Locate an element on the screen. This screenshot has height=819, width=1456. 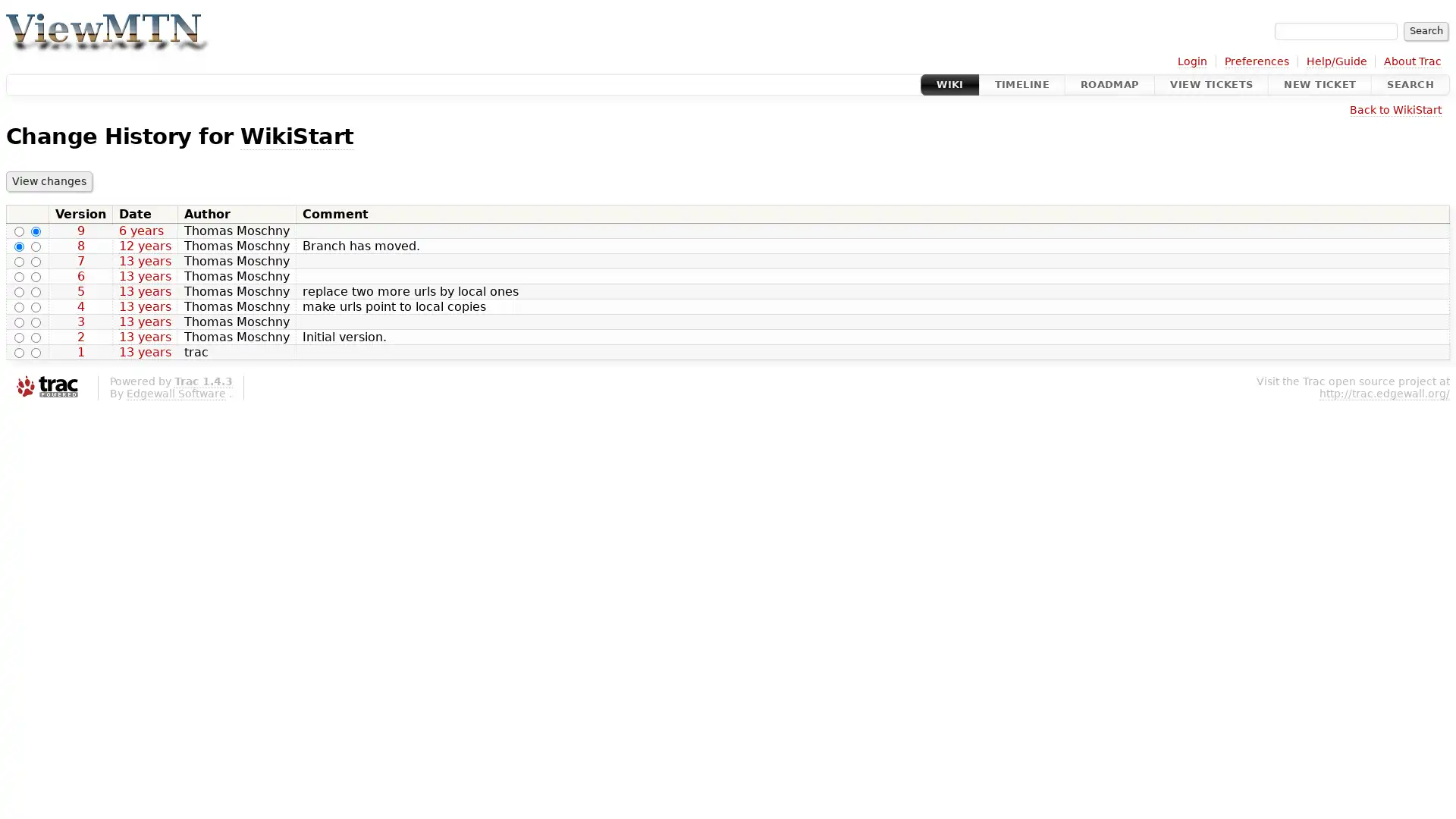
Search is located at coordinates (1425, 31).